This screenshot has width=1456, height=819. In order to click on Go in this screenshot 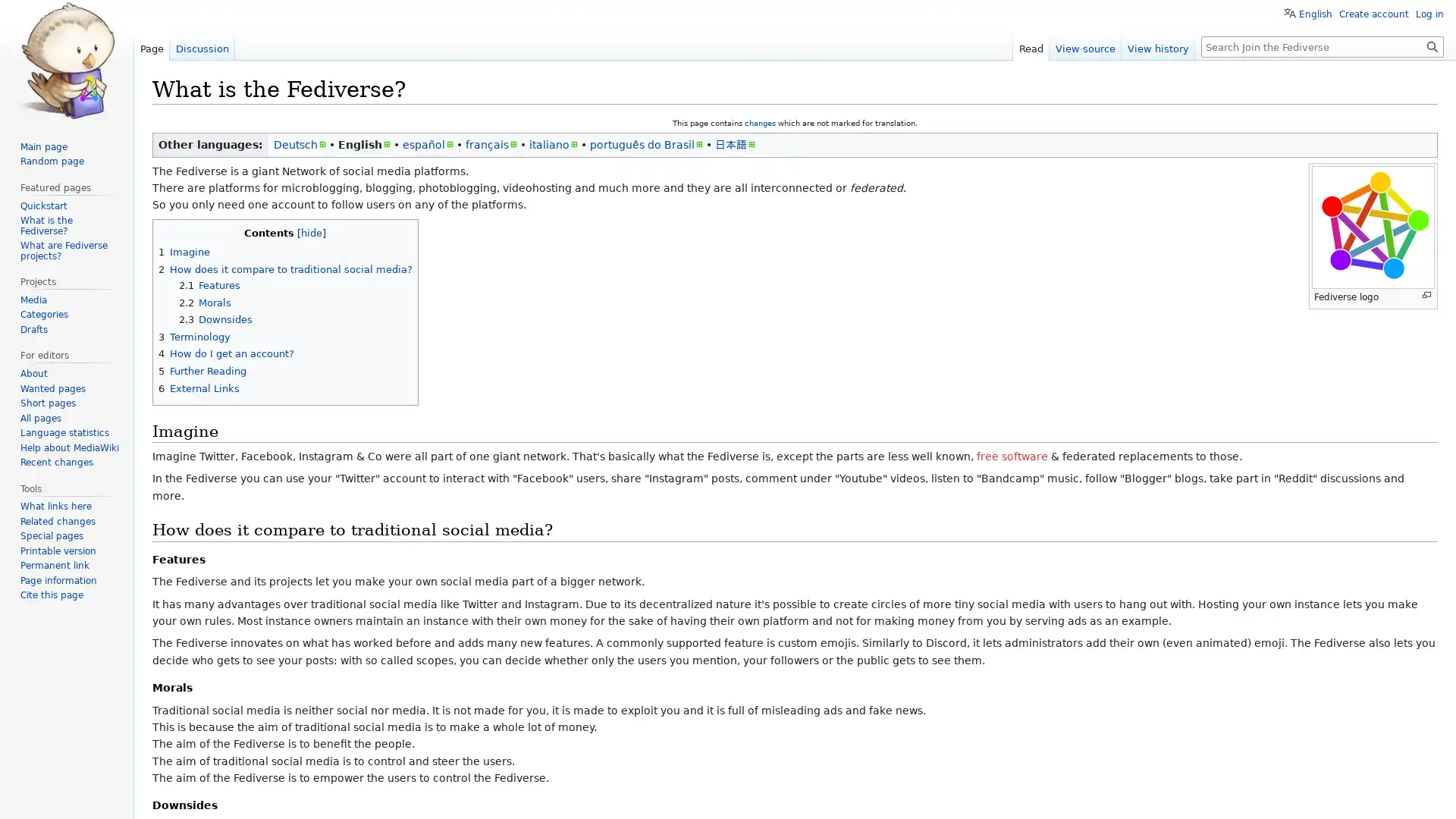, I will do `click(1432, 45)`.